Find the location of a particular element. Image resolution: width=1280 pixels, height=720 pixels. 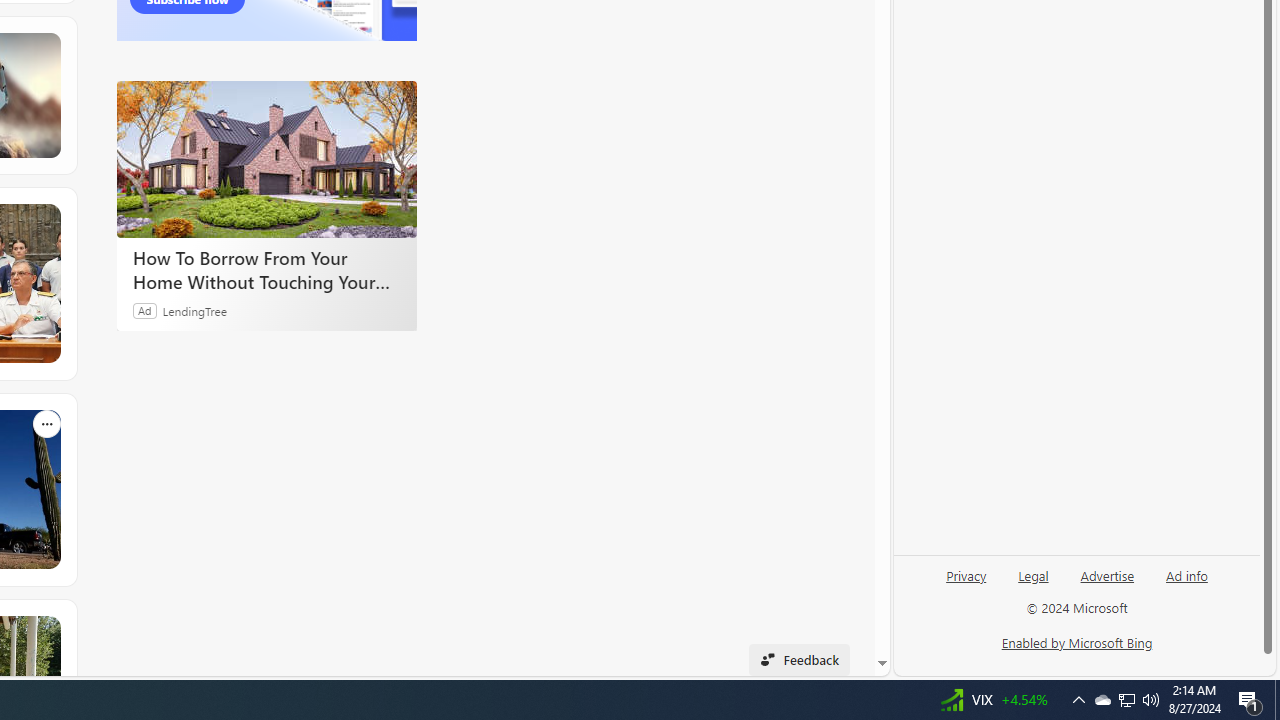

'Ad info' is located at coordinates (1186, 583).